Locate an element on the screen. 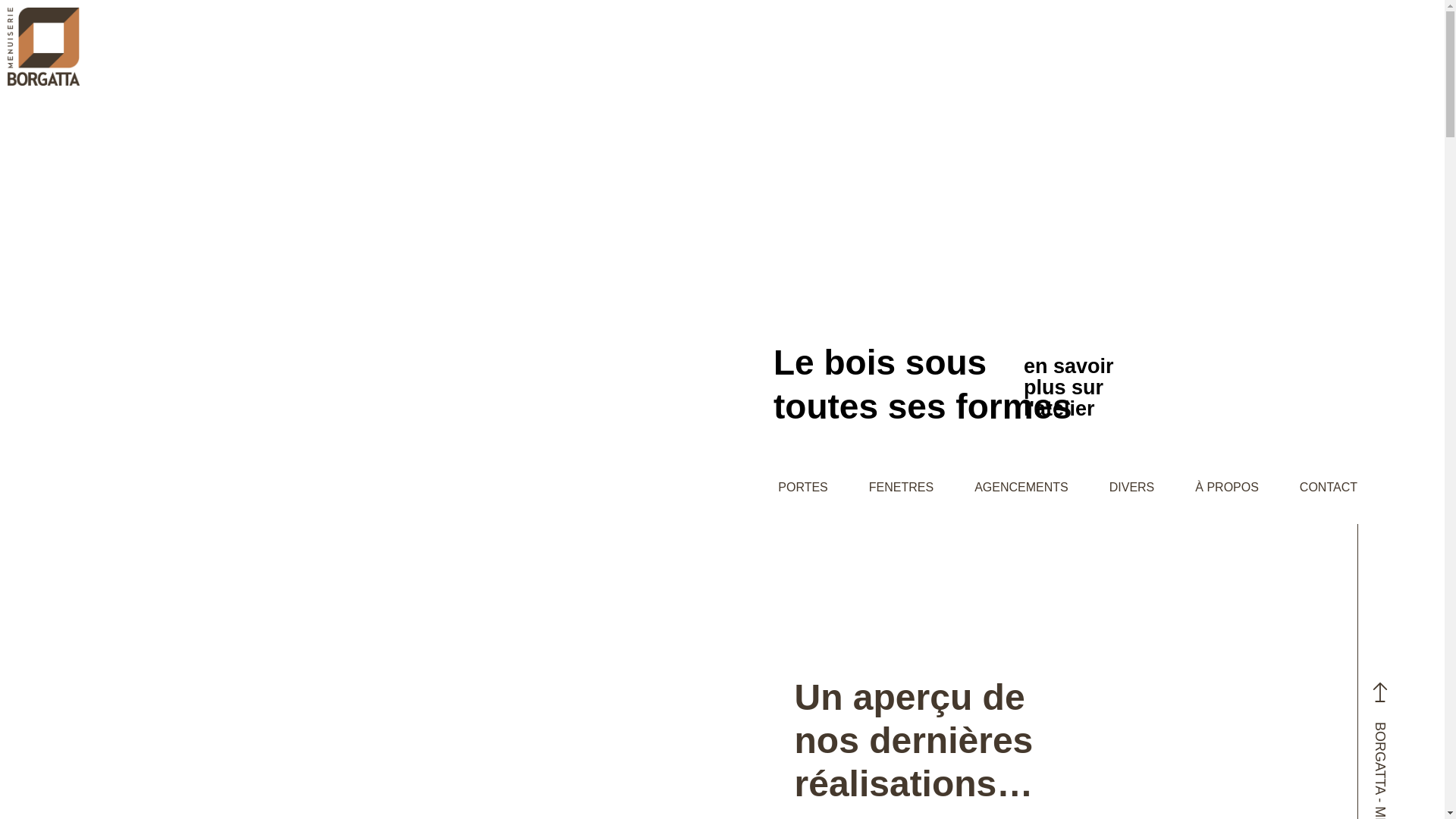 This screenshot has width=1456, height=819. 'DIVERS' is located at coordinates (1131, 487).